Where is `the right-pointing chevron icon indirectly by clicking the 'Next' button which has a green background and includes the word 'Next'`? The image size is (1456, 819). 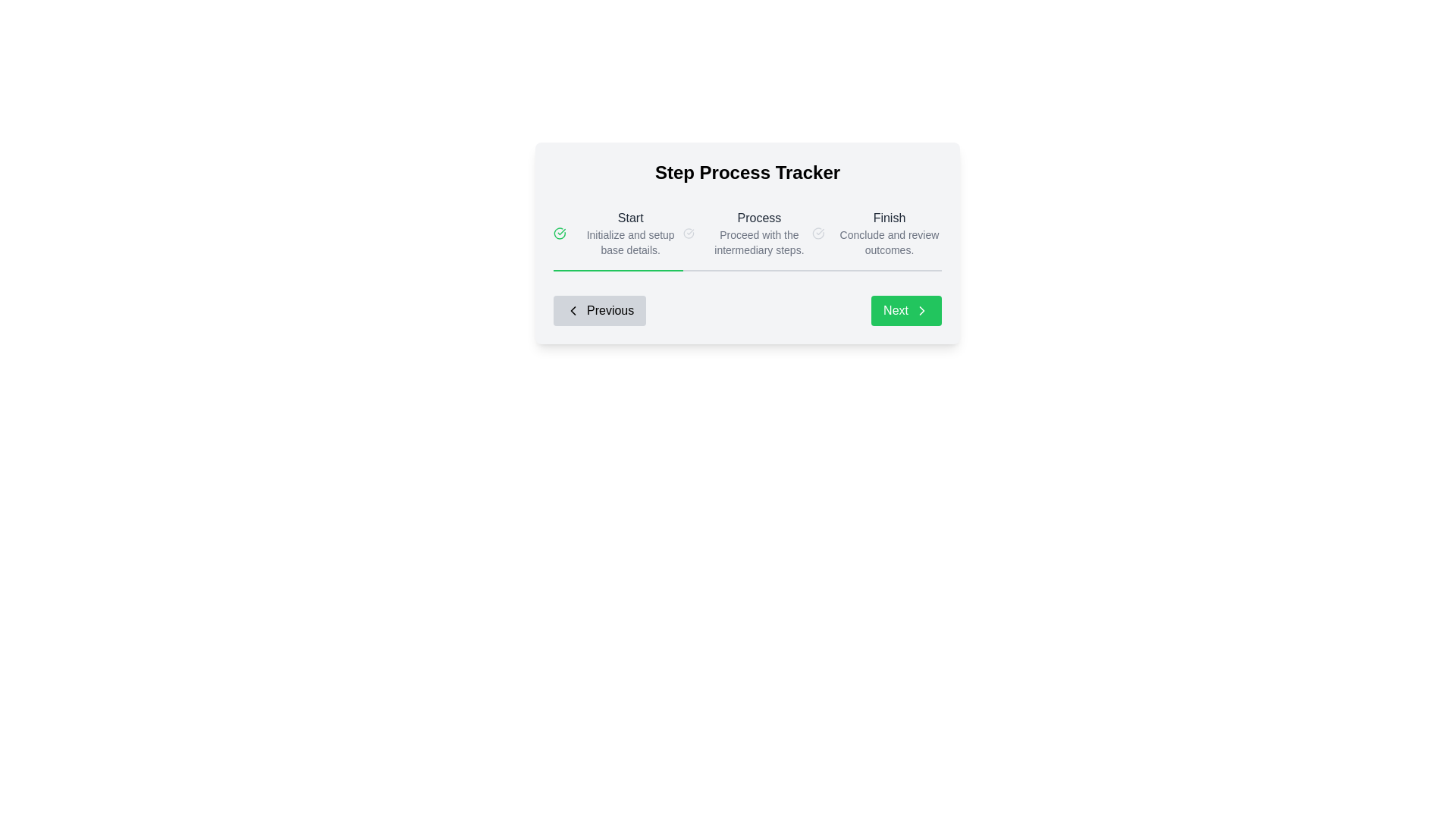
the right-pointing chevron icon indirectly by clicking the 'Next' button which has a green background and includes the word 'Next' is located at coordinates (921, 309).